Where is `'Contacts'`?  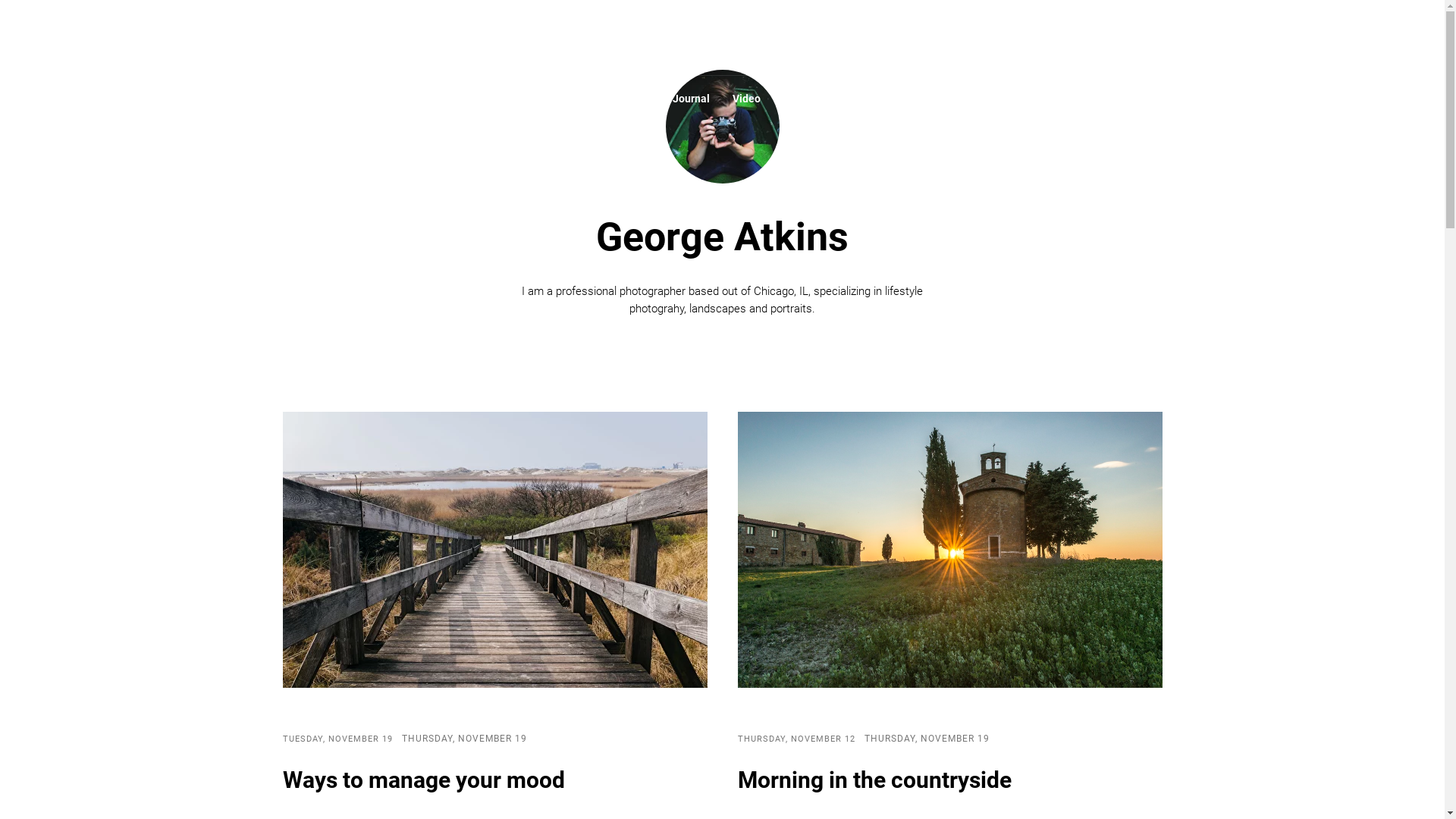 'Contacts' is located at coordinates (849, 99).